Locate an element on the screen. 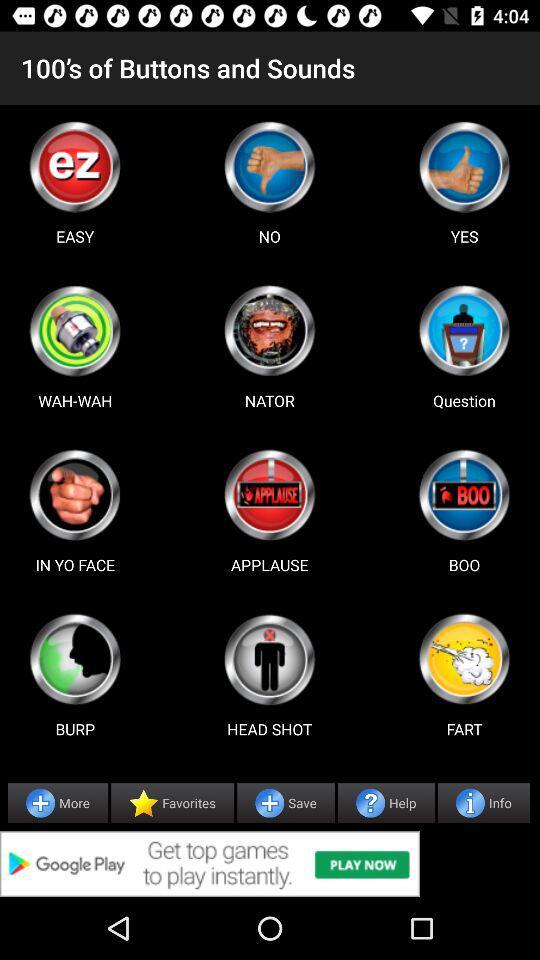 This screenshot has height=960, width=540. use question button is located at coordinates (464, 330).